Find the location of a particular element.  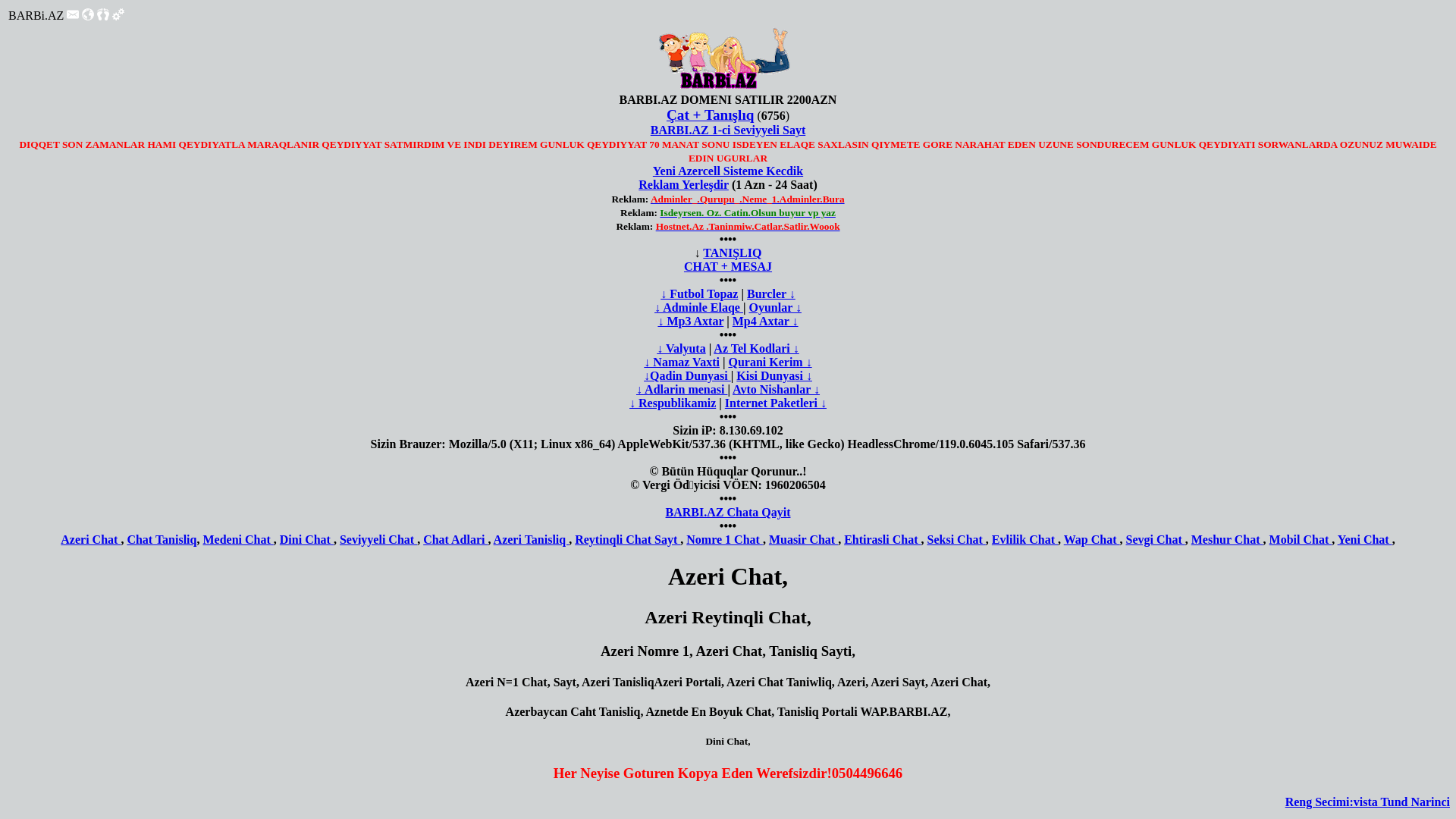

'Qonaqlar' is located at coordinates (102, 14).